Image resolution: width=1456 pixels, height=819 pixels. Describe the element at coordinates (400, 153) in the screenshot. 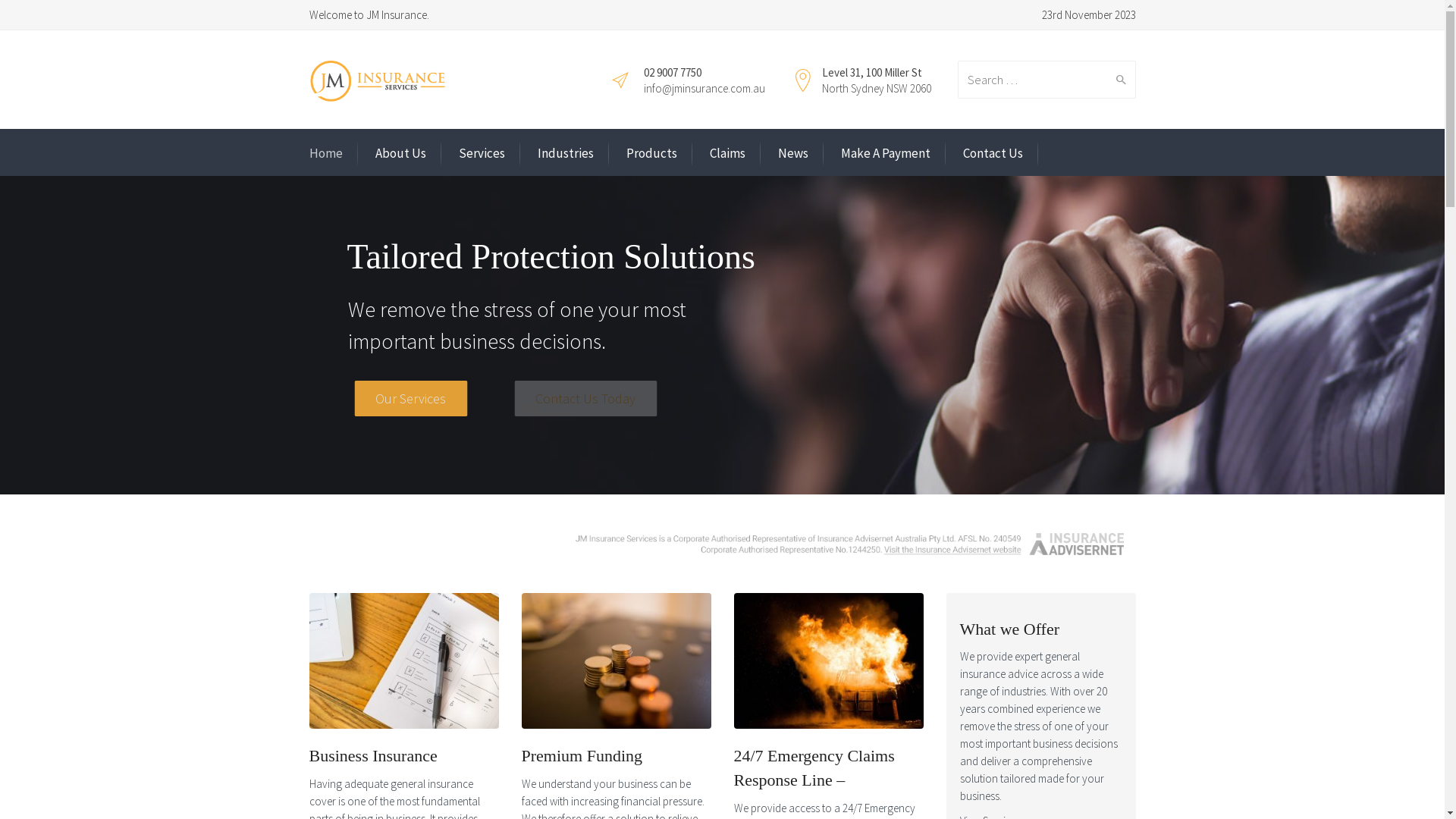

I see `'About Us'` at that location.